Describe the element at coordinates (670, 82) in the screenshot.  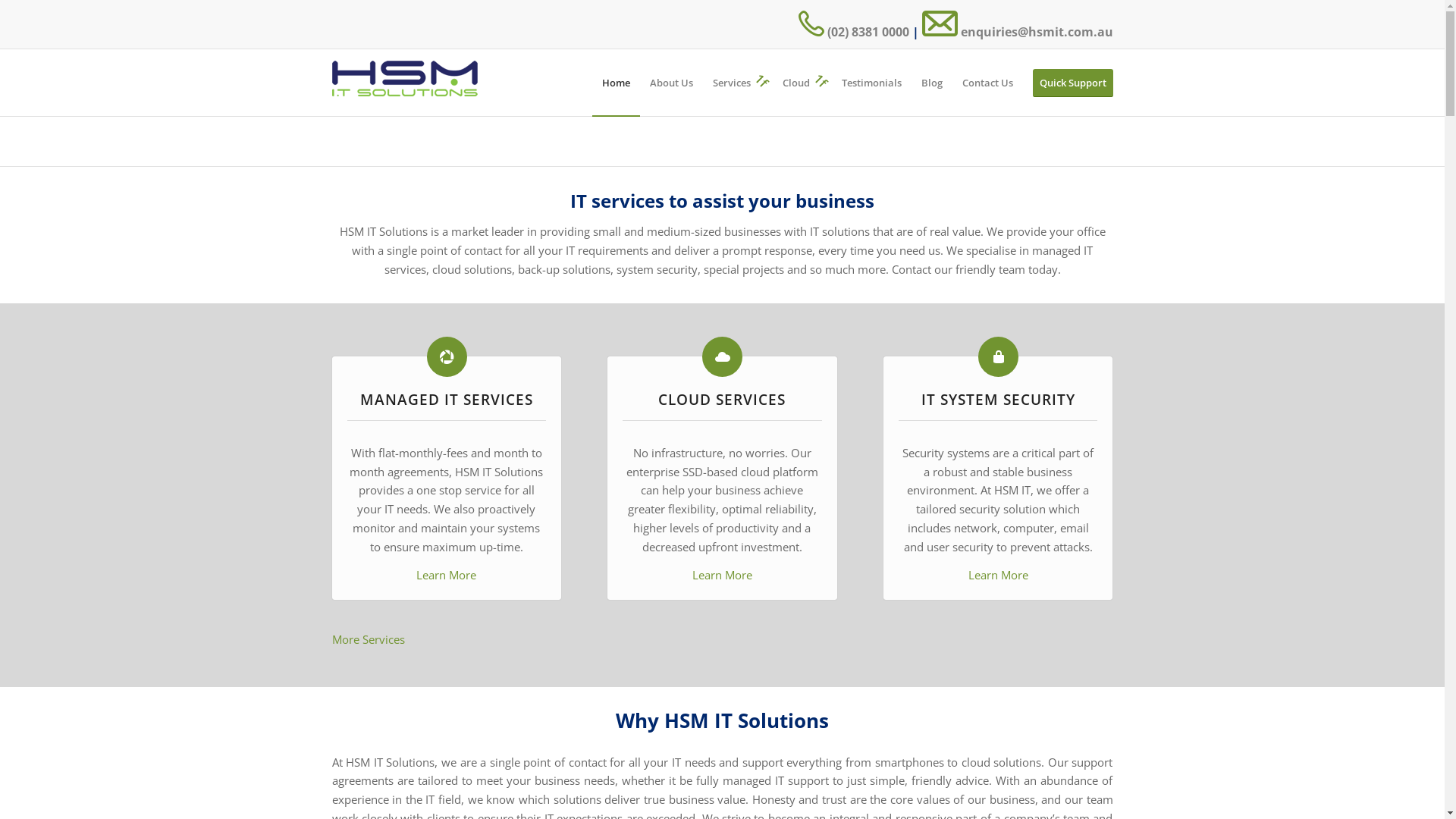
I see `'About Us'` at that location.